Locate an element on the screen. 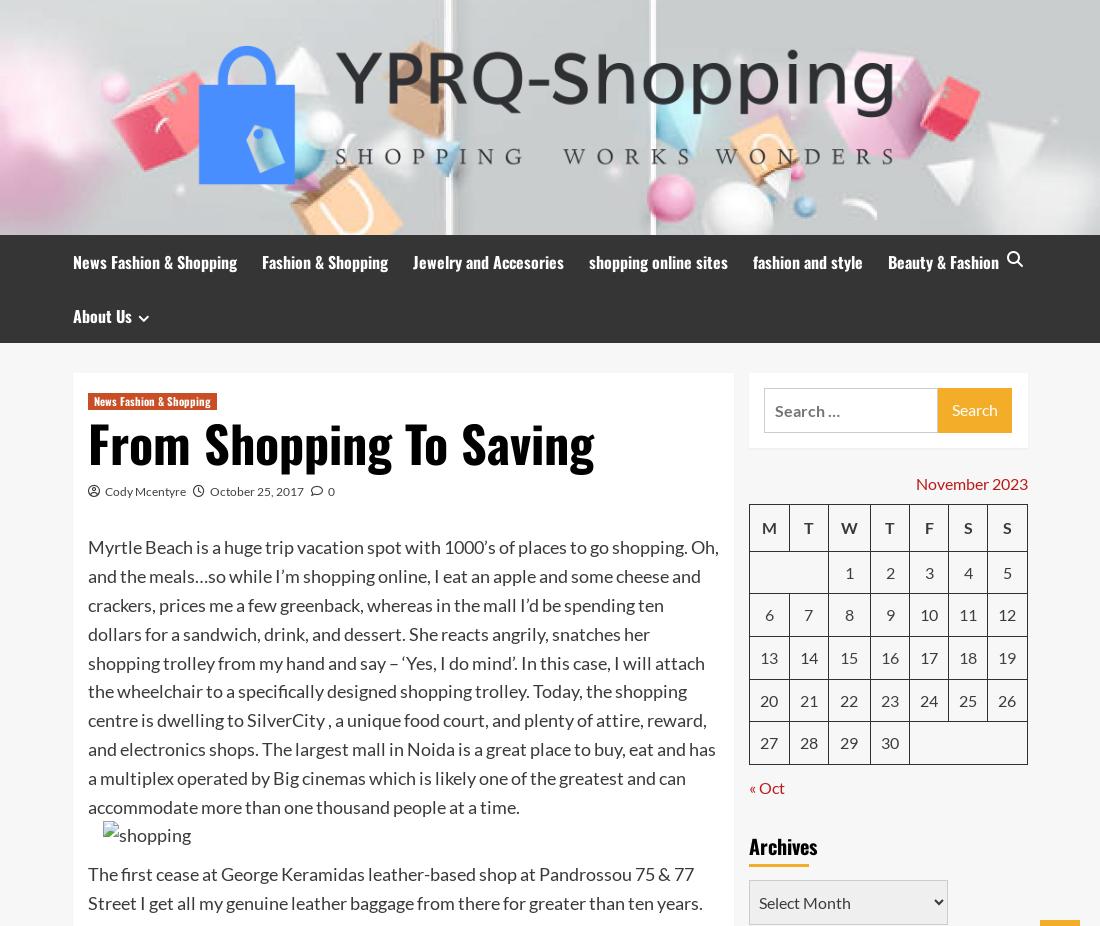  'News Fashion & Shopping' is located at coordinates (150, 400).